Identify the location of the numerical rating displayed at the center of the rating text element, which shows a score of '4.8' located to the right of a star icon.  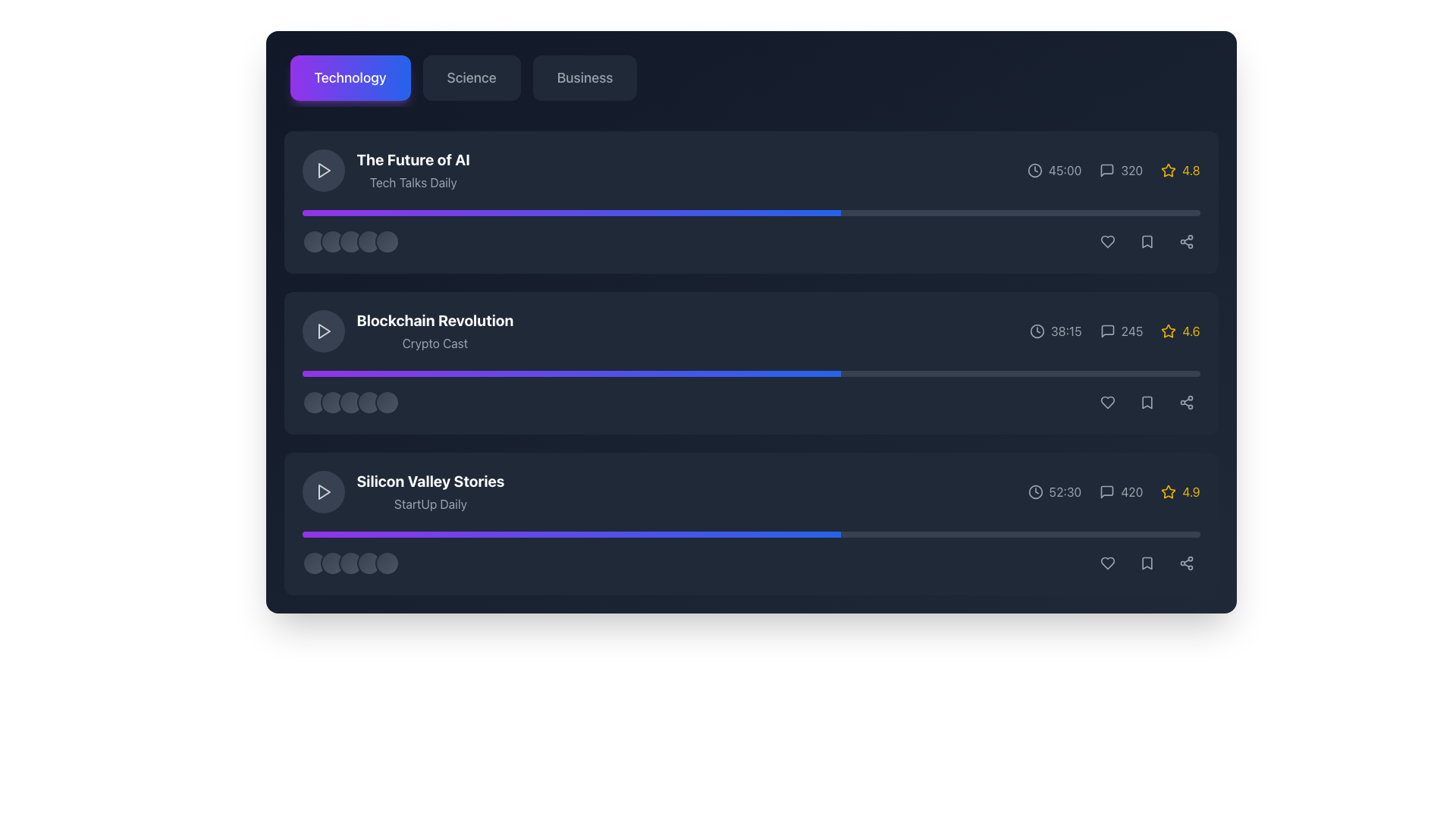
(1190, 170).